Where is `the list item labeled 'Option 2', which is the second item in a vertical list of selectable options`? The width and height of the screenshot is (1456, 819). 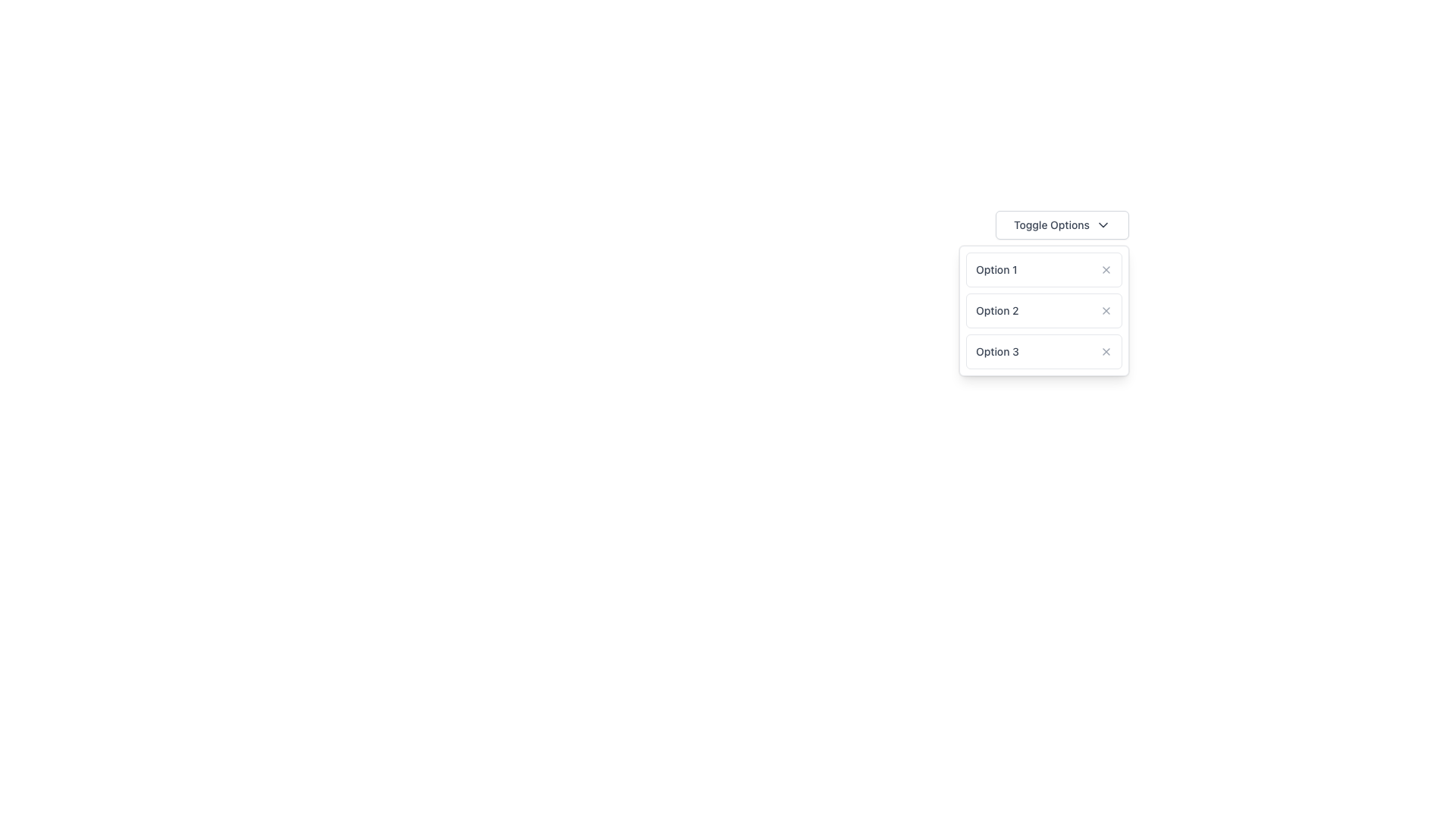 the list item labeled 'Option 2', which is the second item in a vertical list of selectable options is located at coordinates (1043, 309).